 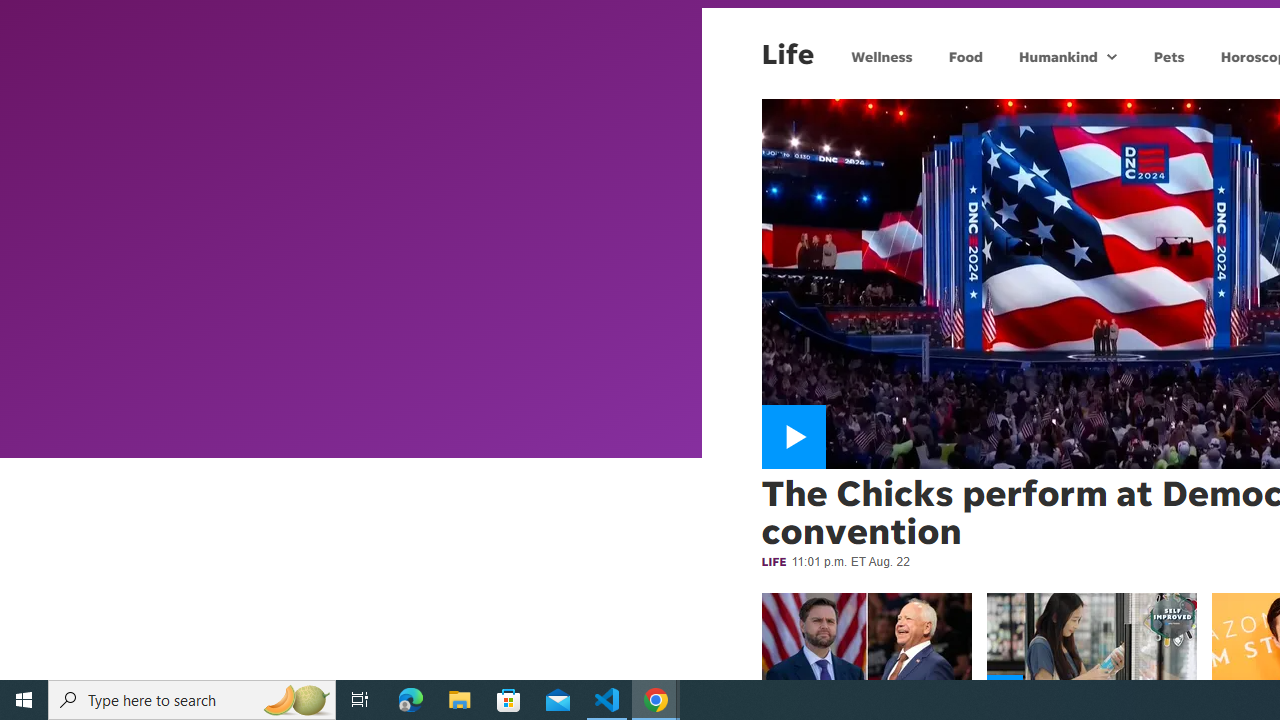 What do you see at coordinates (656, 698) in the screenshot?
I see `'Google Chrome - 2 running windows'` at bounding box center [656, 698].